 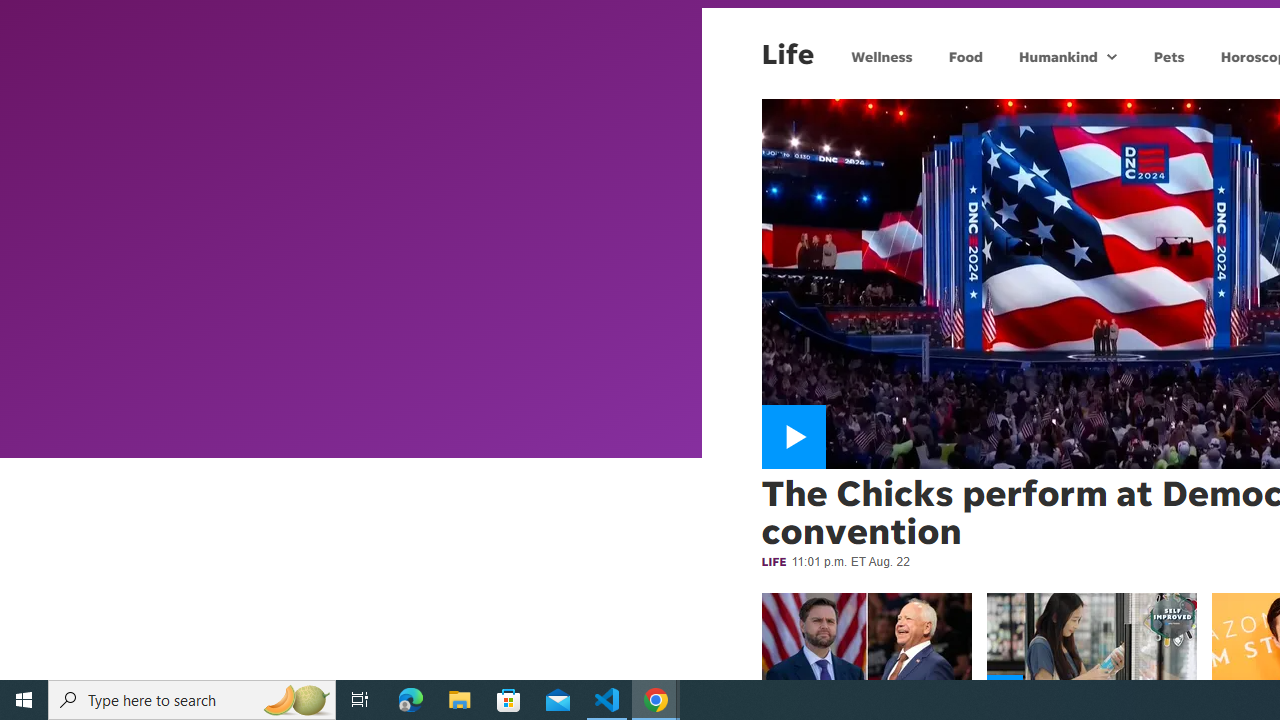 What do you see at coordinates (656, 698) in the screenshot?
I see `'Google Chrome - 2 running windows'` at bounding box center [656, 698].